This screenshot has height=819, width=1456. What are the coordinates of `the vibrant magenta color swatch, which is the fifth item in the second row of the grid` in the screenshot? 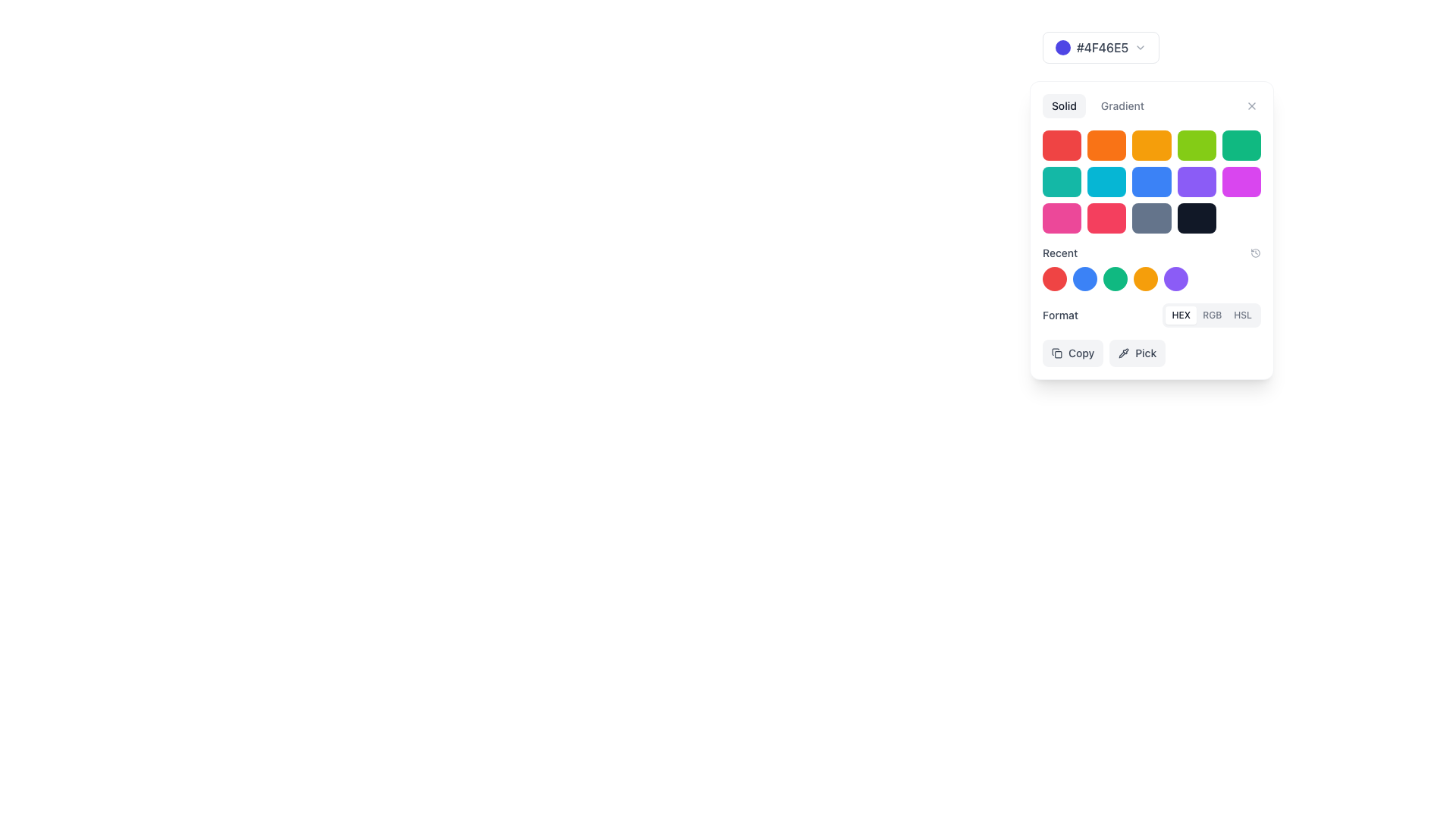 It's located at (1241, 180).